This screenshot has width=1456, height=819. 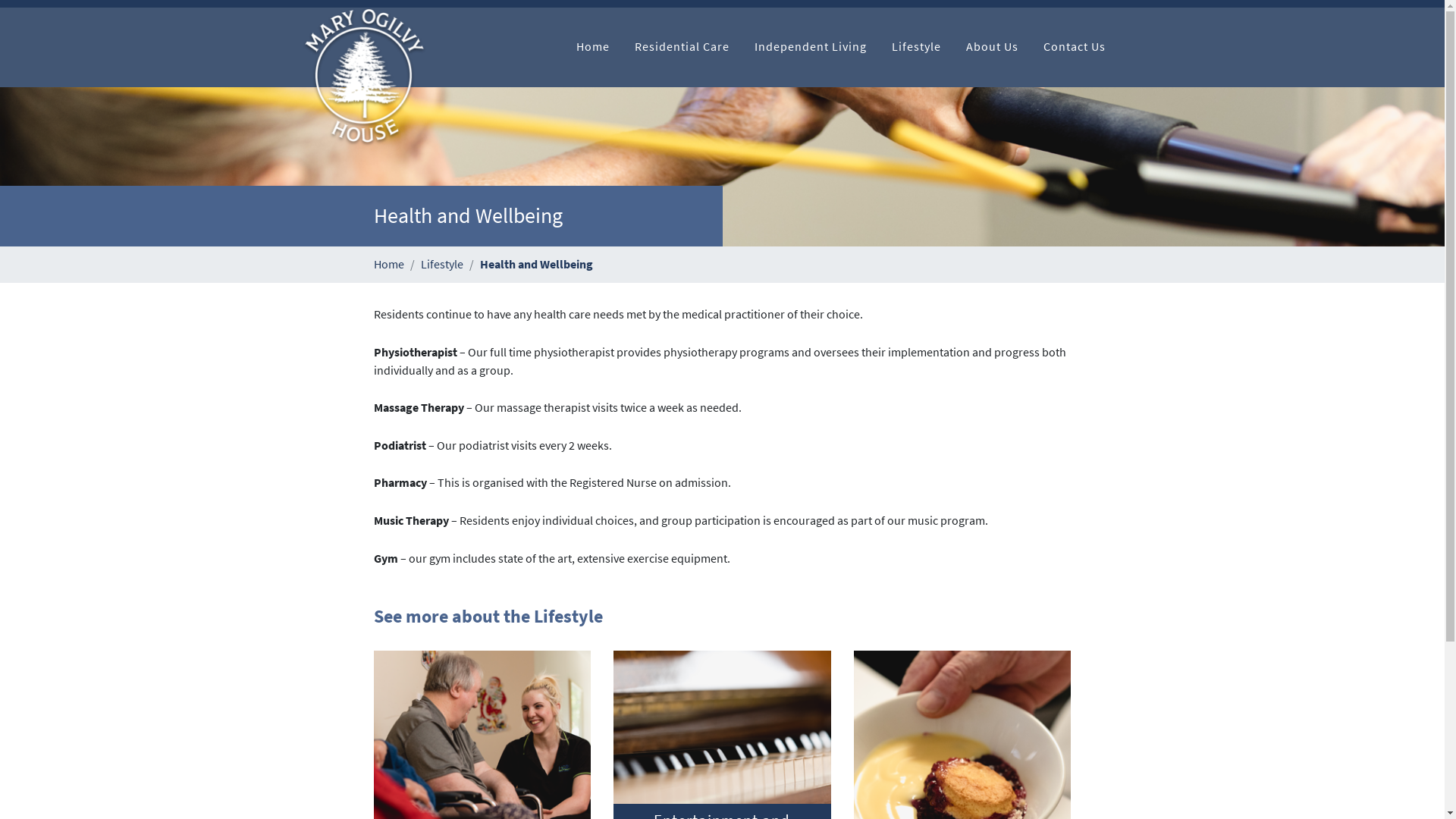 I want to click on 'Home', so click(x=388, y=263).